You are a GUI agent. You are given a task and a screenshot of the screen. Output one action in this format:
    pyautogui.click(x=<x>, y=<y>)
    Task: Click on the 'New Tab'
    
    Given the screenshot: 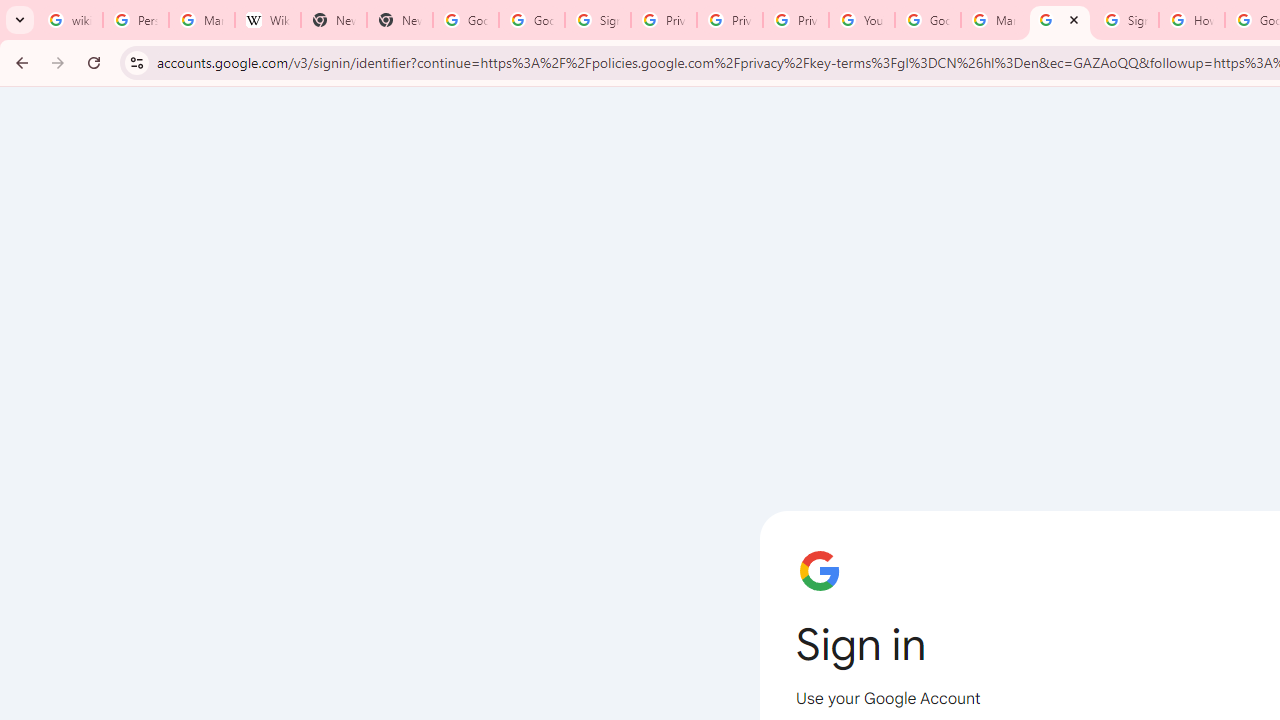 What is the action you would take?
    pyautogui.click(x=334, y=20)
    